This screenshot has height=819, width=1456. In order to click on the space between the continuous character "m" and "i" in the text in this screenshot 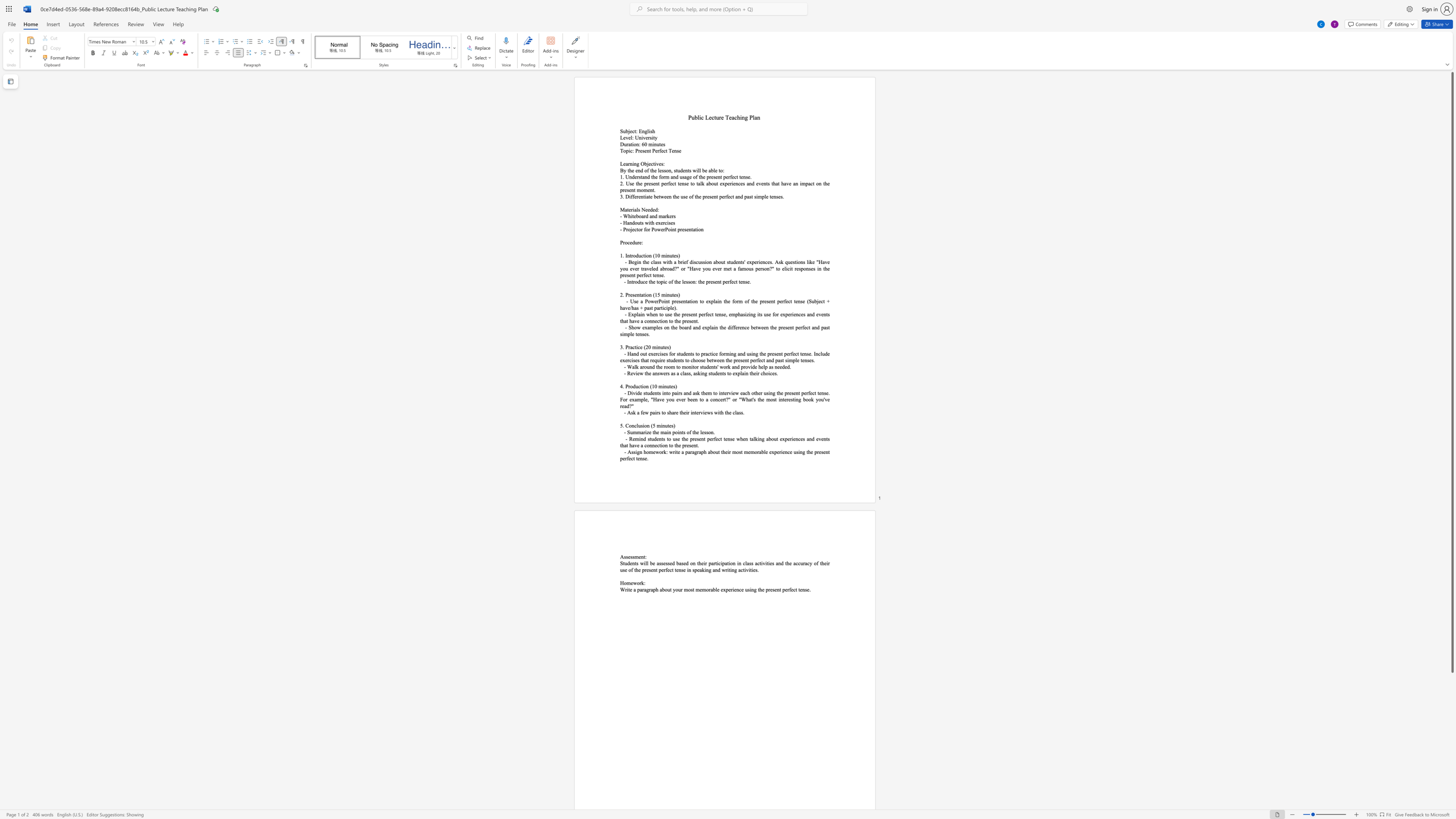, I will do `click(664, 294)`.